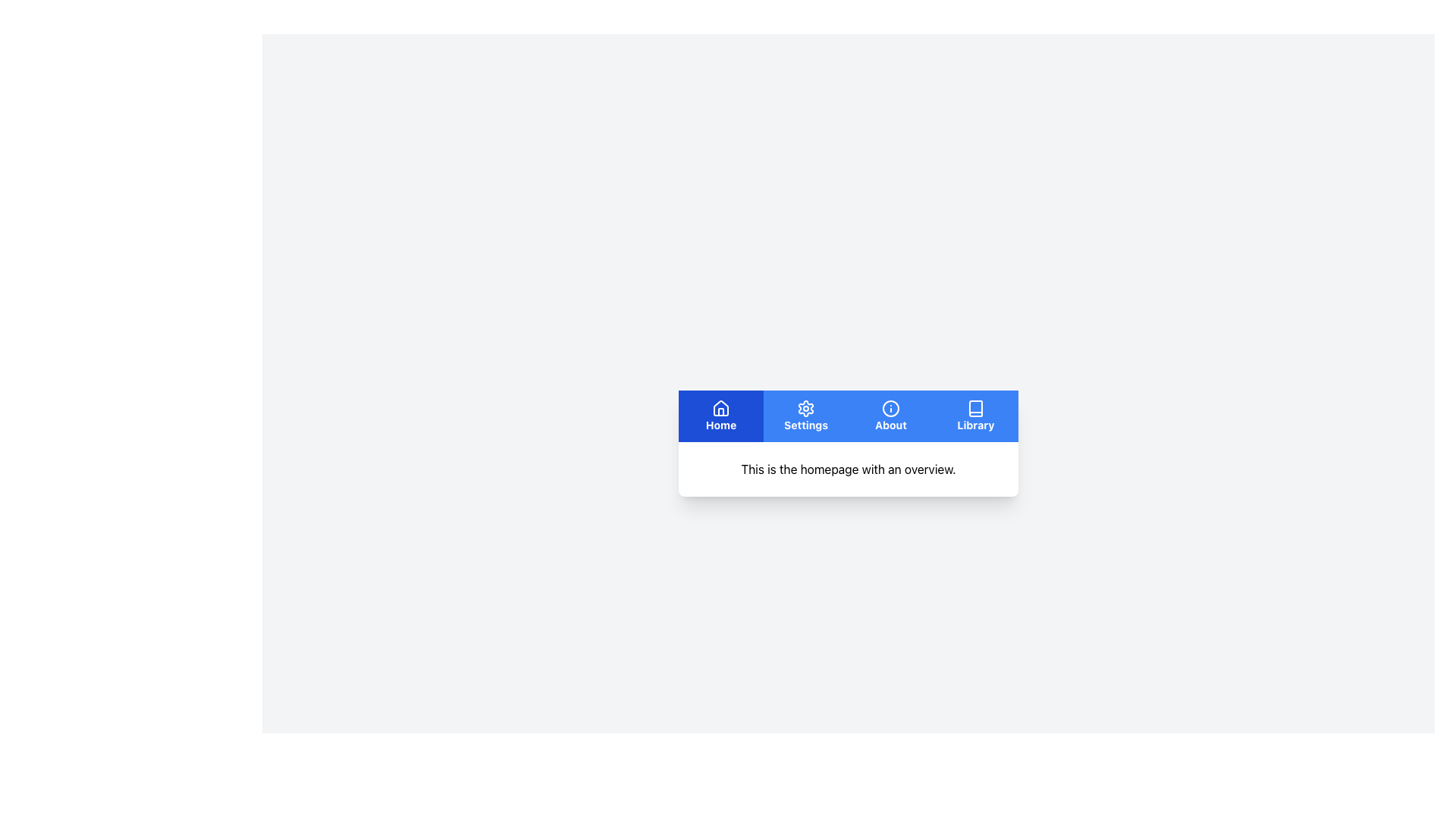  I want to click on the 'About' text label element styled with white text on a blue background, located in the navigation bar between 'Settings' and 'Library', so click(891, 425).